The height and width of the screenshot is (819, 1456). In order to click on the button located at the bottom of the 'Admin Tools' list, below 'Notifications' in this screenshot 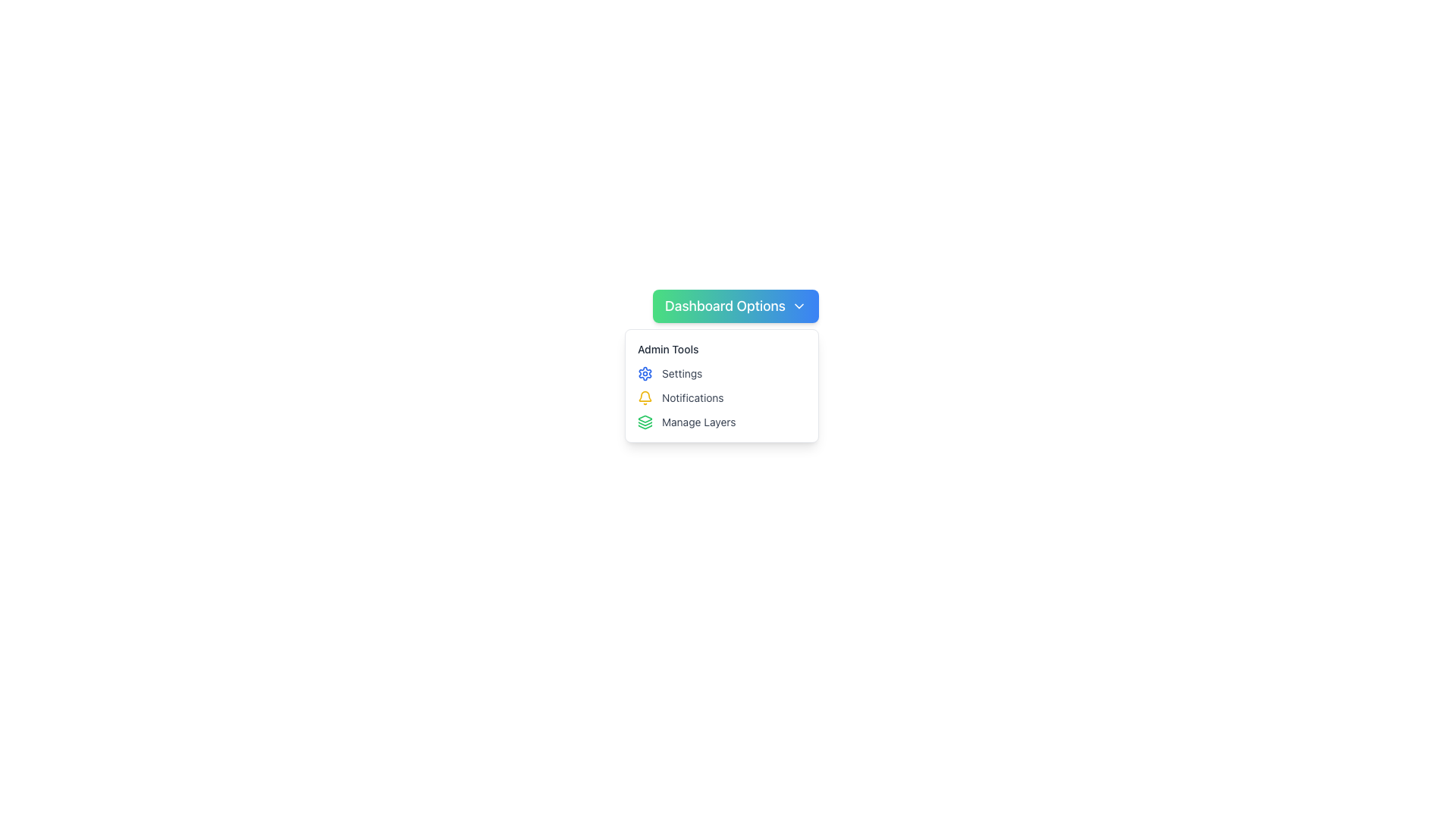, I will do `click(720, 422)`.